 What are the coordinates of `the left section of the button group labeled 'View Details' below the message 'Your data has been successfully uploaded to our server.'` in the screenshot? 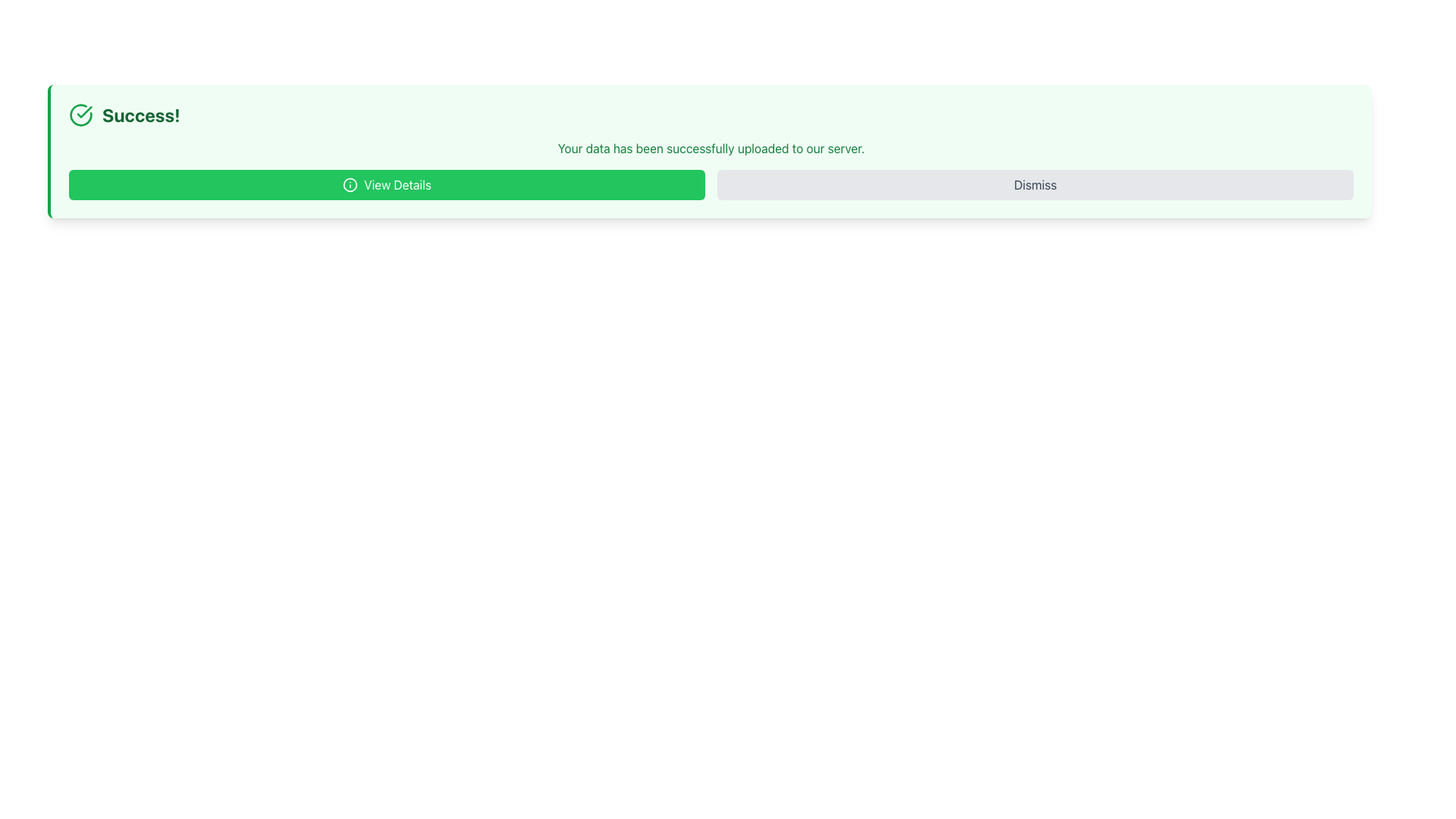 It's located at (710, 184).